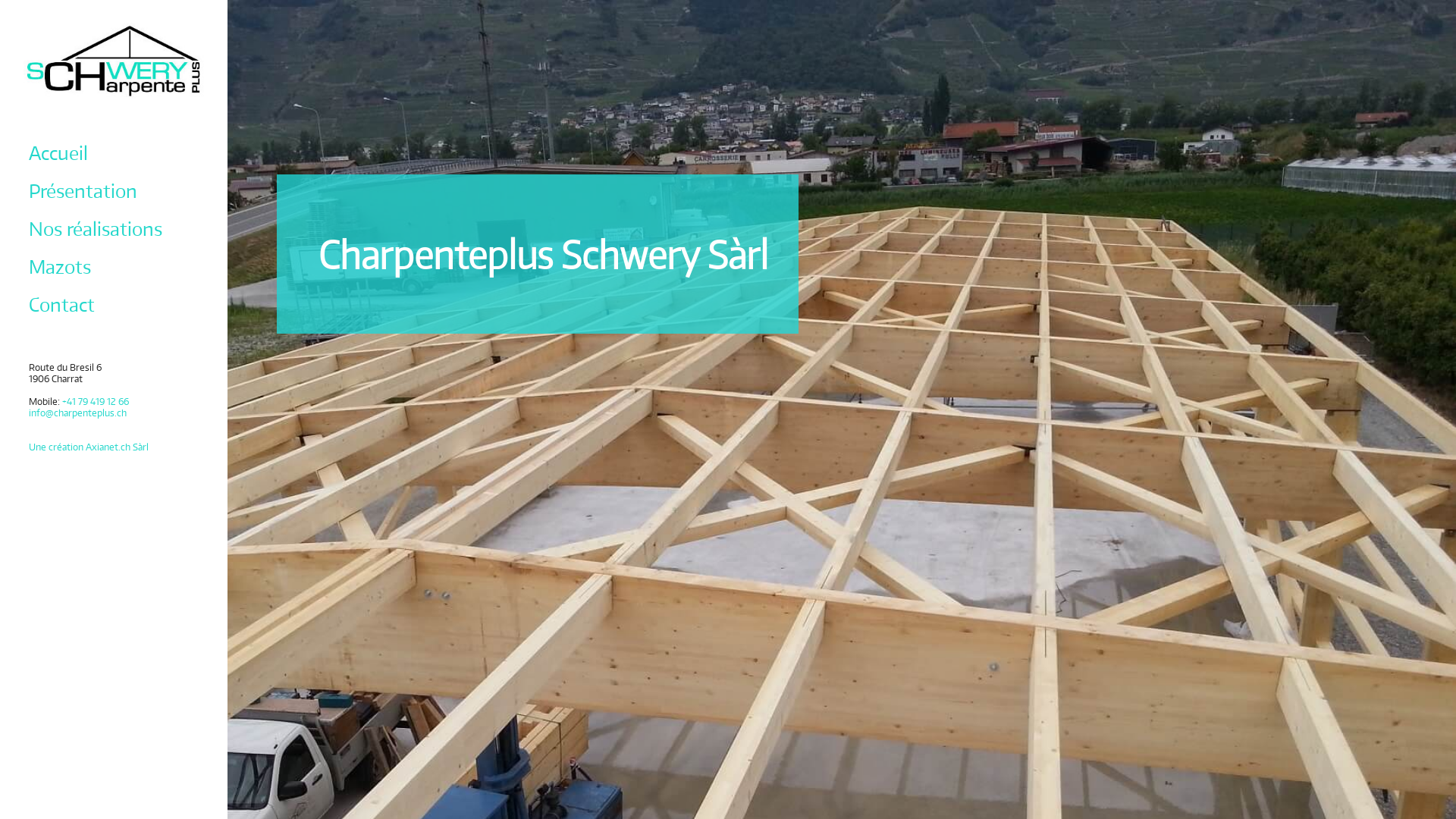 The image size is (1456, 819). What do you see at coordinates (77, 413) in the screenshot?
I see `'info@charpenteplus.ch'` at bounding box center [77, 413].